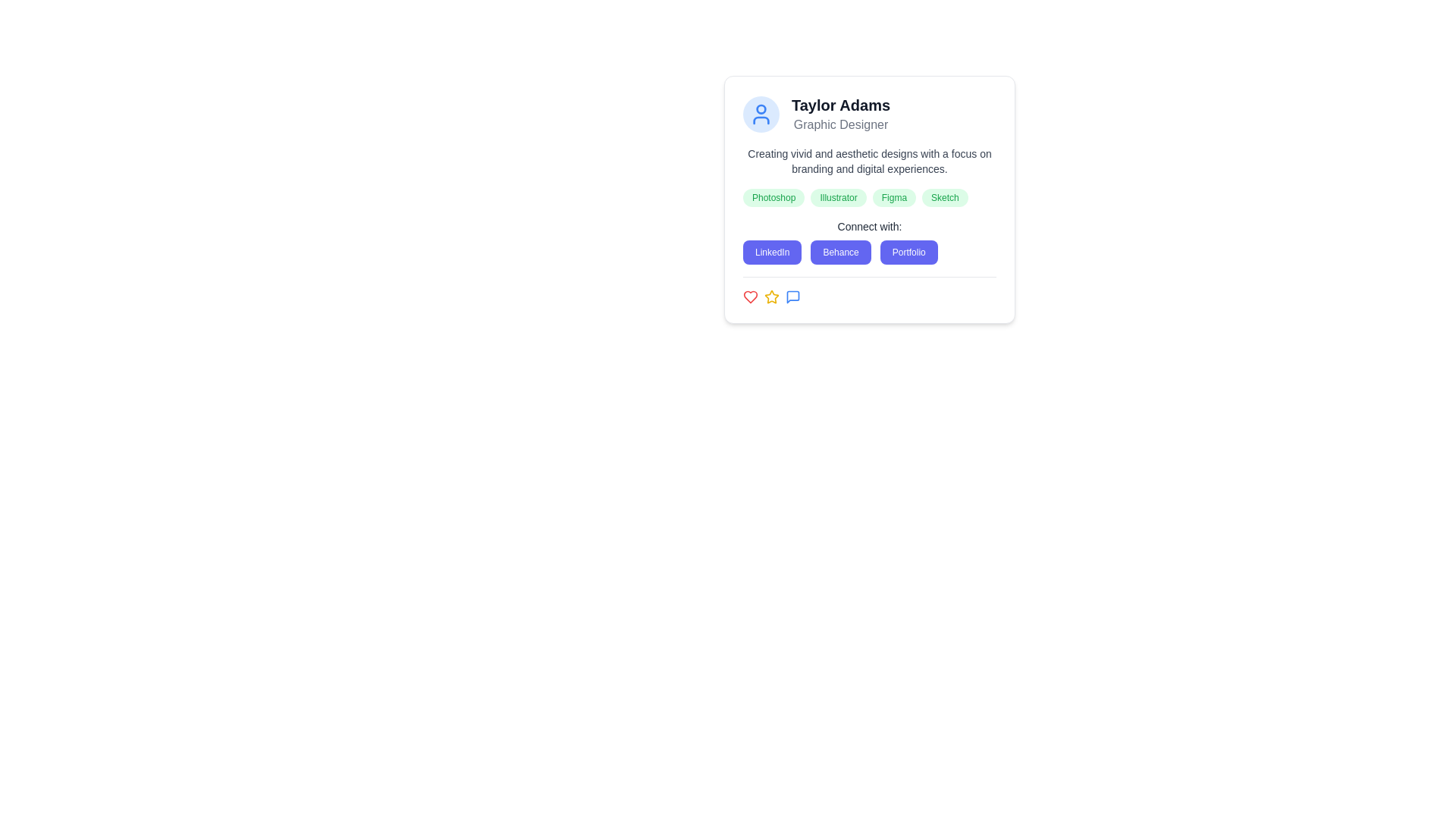  I want to click on the third icon in the horizontally aligned group at the bottom of the user profile card, so click(792, 297).